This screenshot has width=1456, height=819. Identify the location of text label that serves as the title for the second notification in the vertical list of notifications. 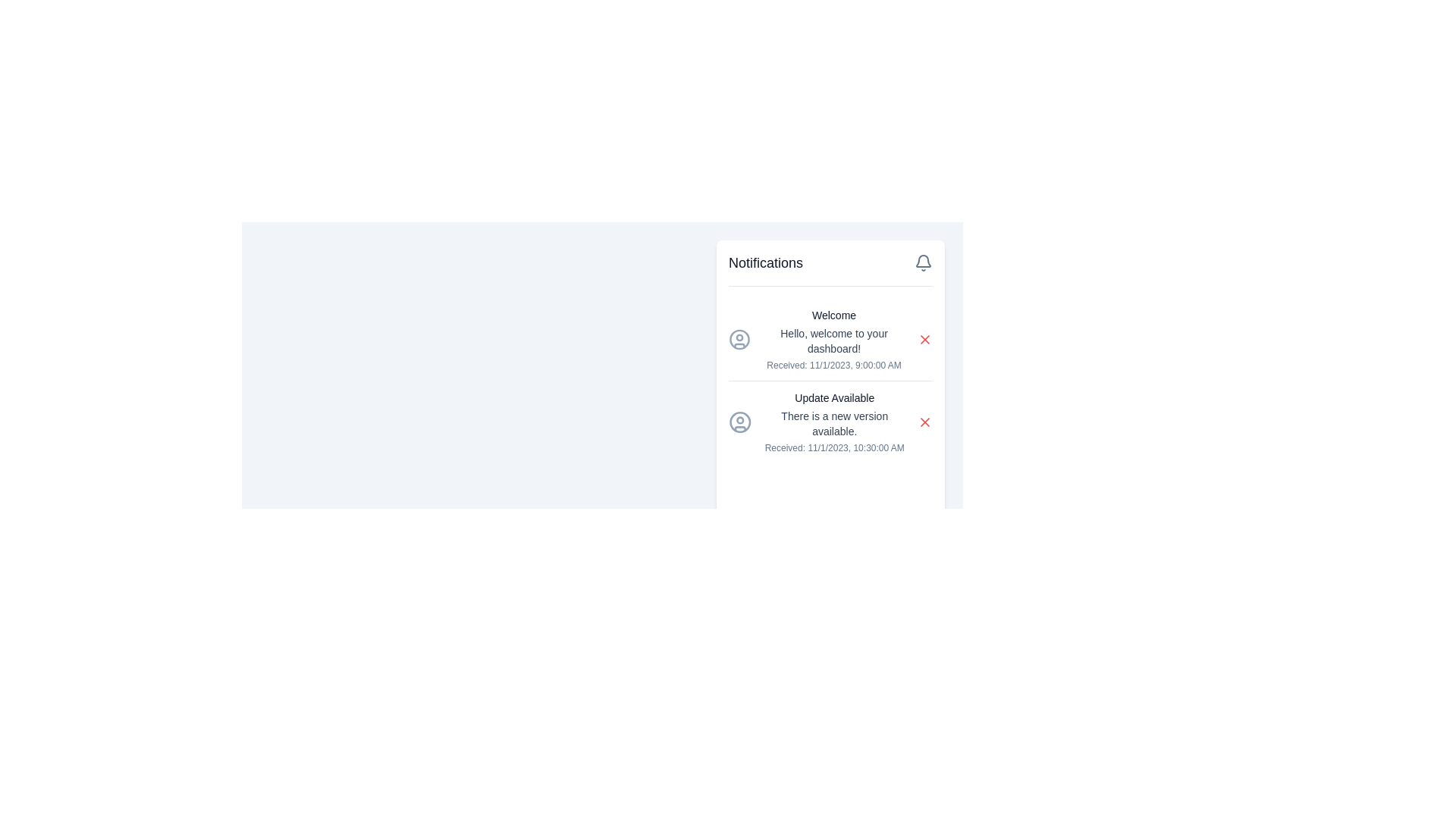
(833, 397).